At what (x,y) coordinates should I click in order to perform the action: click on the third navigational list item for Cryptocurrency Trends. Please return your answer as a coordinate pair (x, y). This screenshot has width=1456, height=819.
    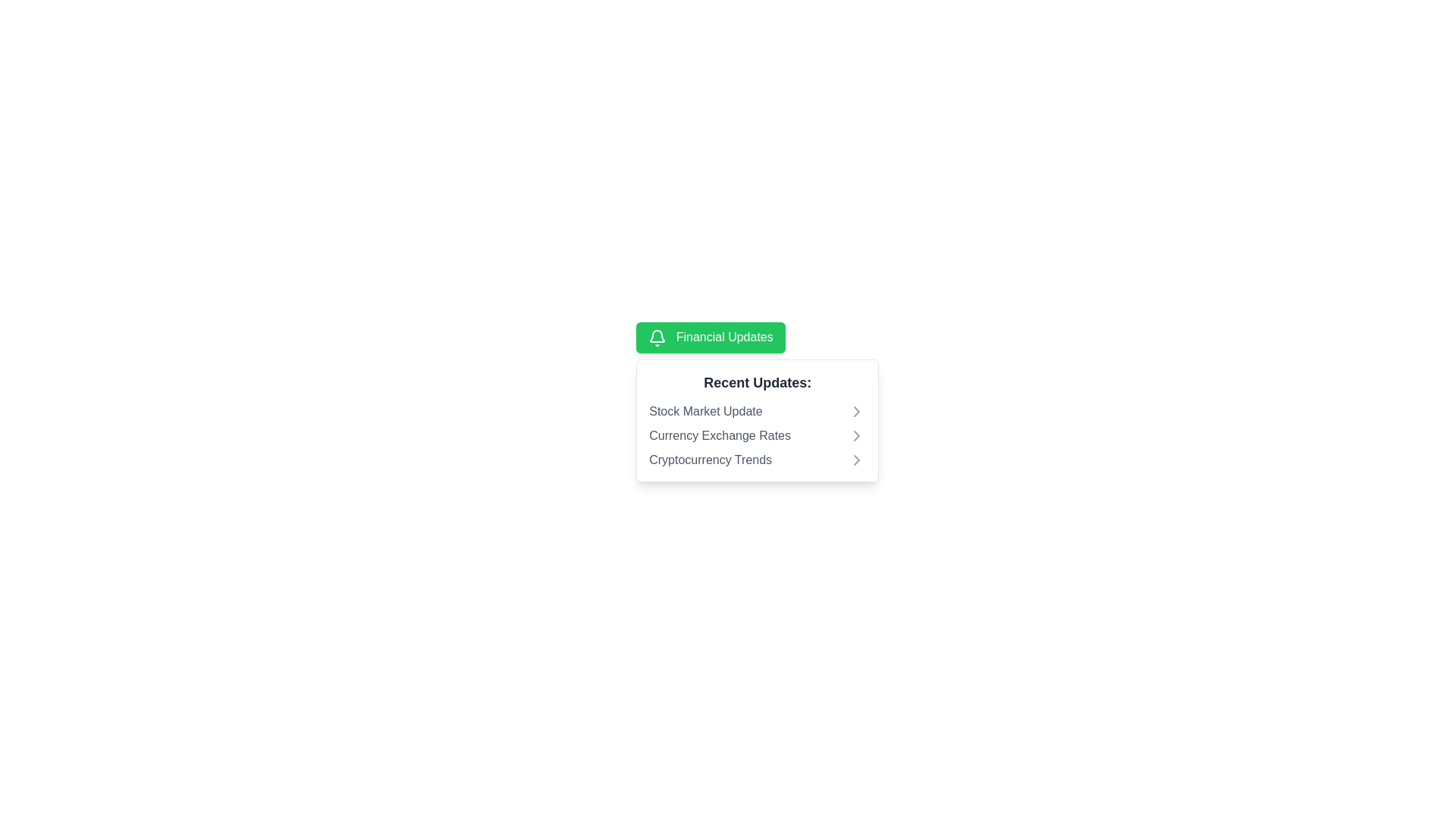
    Looking at the image, I should click on (758, 459).